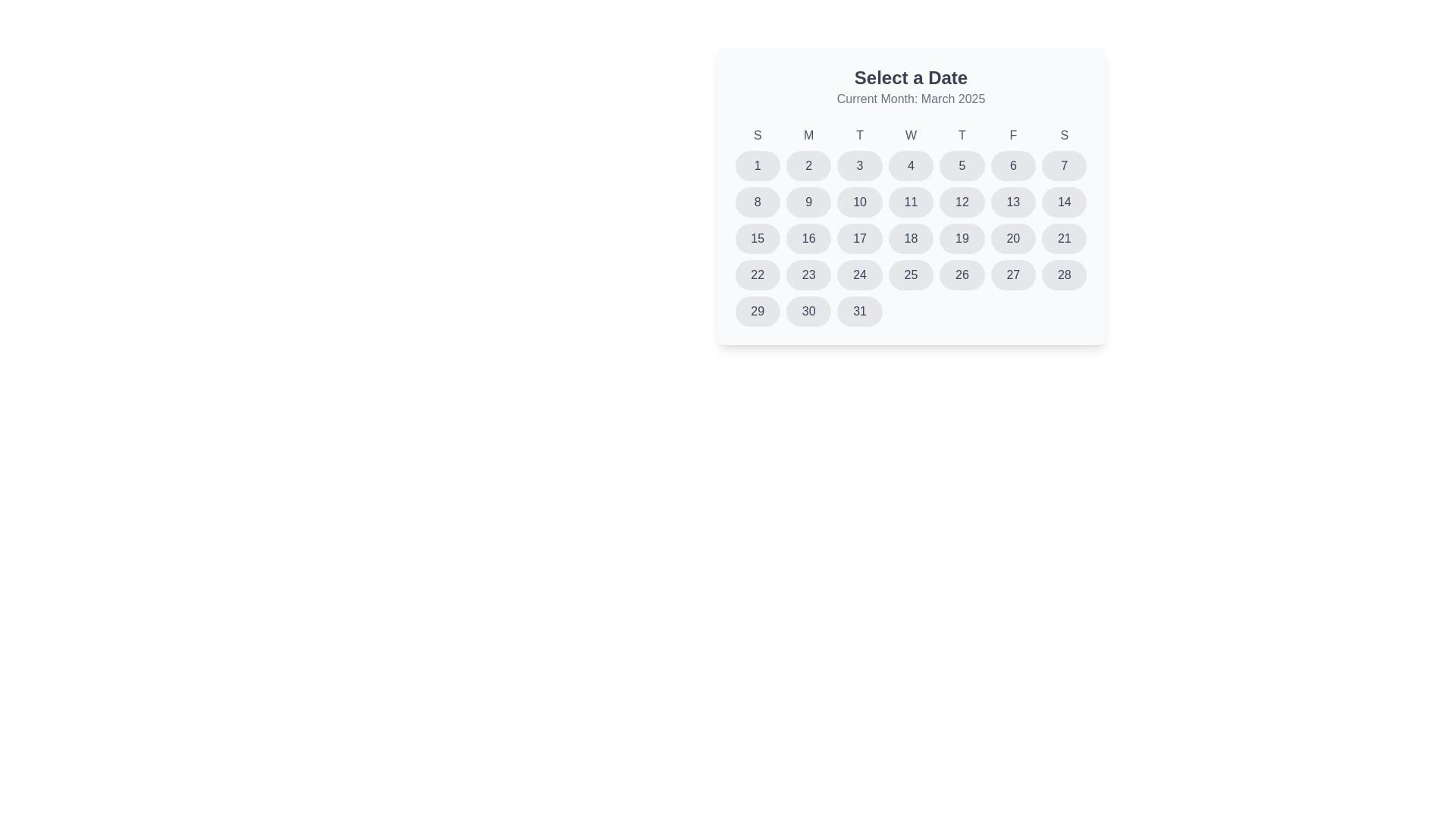 The width and height of the screenshot is (1456, 819). Describe the element at coordinates (808, 166) in the screenshot. I see `the button representing the number '2' in the calendar interface to change its background color` at that location.